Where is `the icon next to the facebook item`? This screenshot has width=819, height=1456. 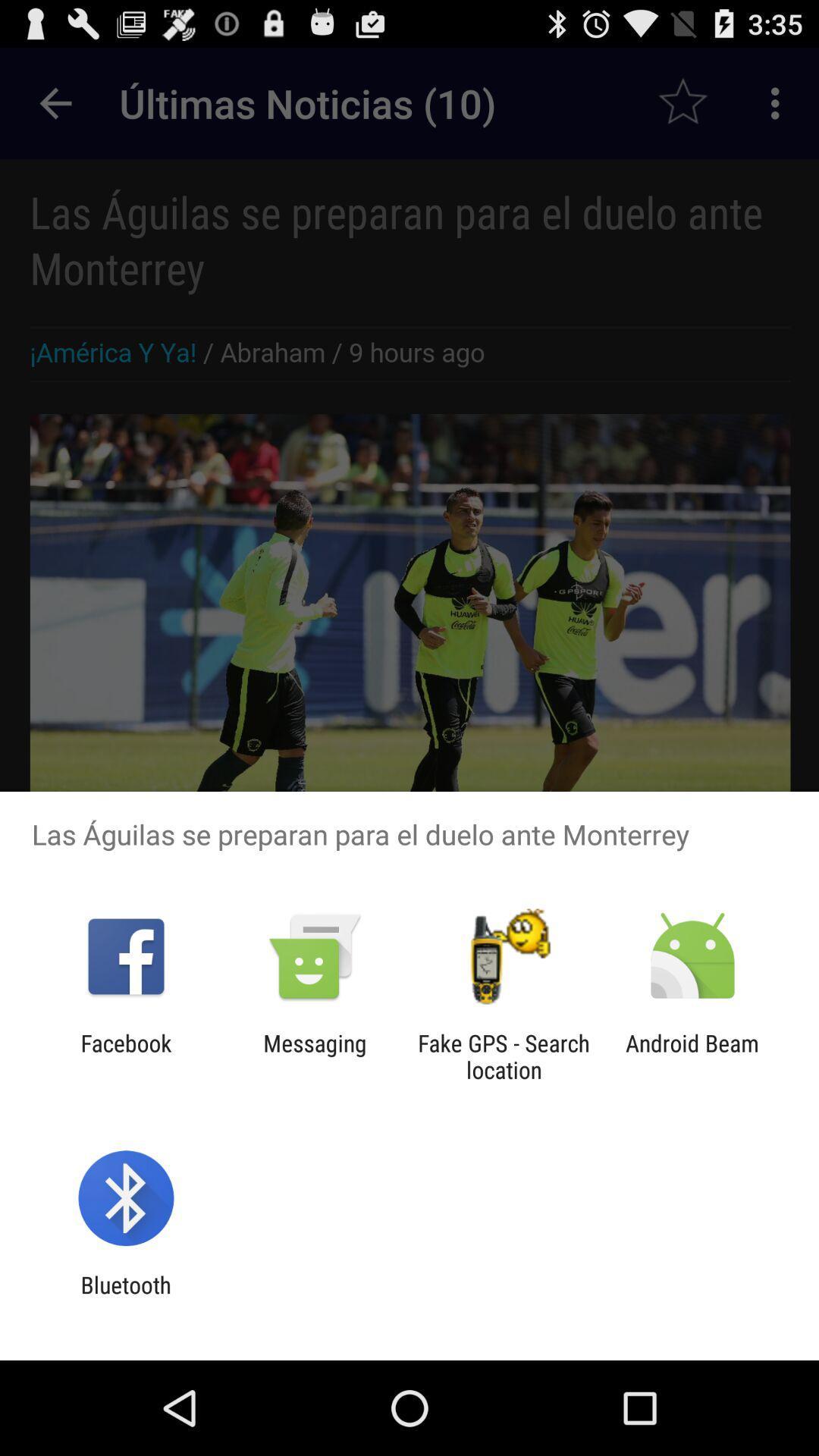 the icon next to the facebook item is located at coordinates (314, 1056).